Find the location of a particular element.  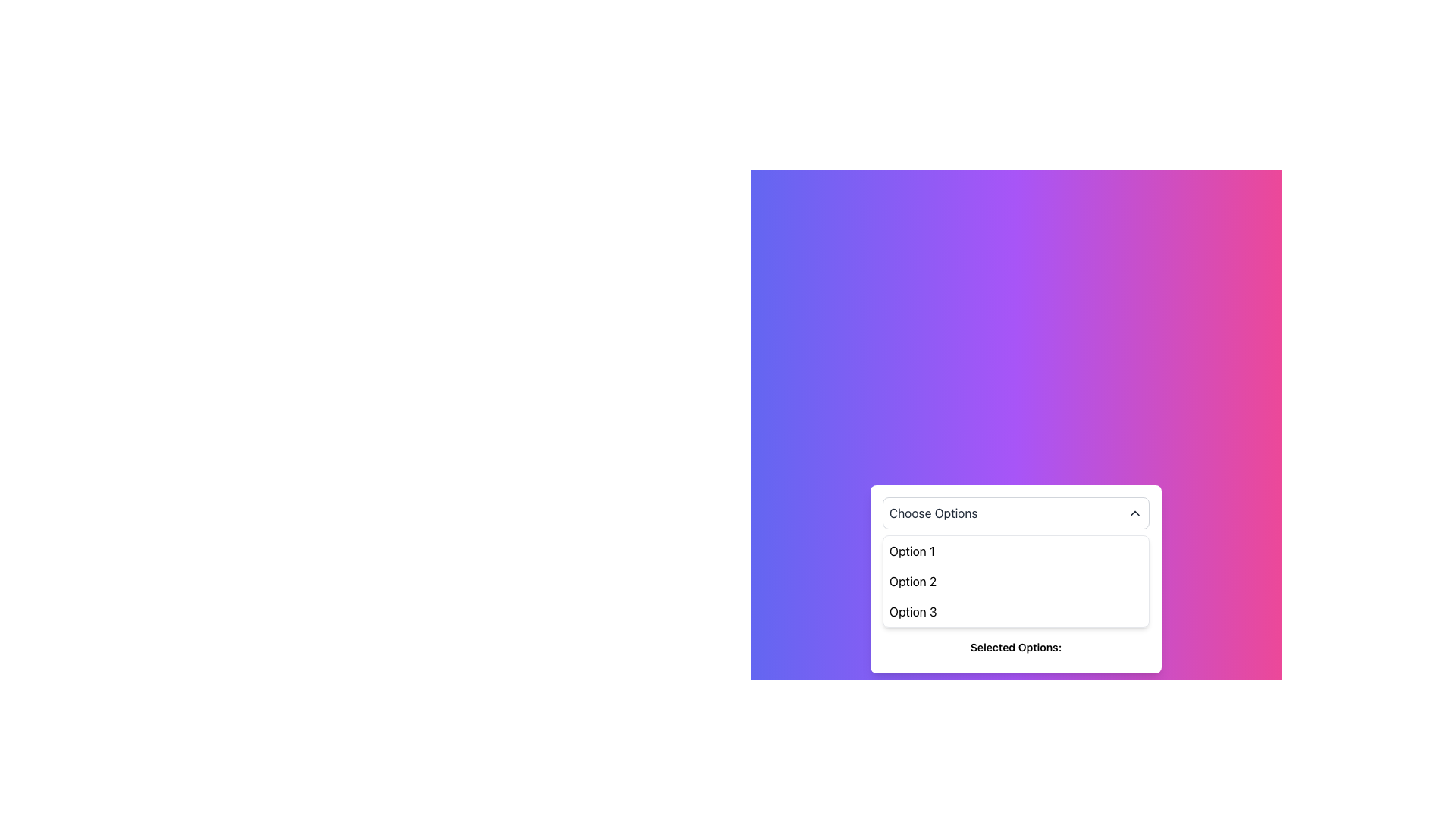

the first entry in the dropdown menu labeled 'Option 1' is located at coordinates (1015, 551).